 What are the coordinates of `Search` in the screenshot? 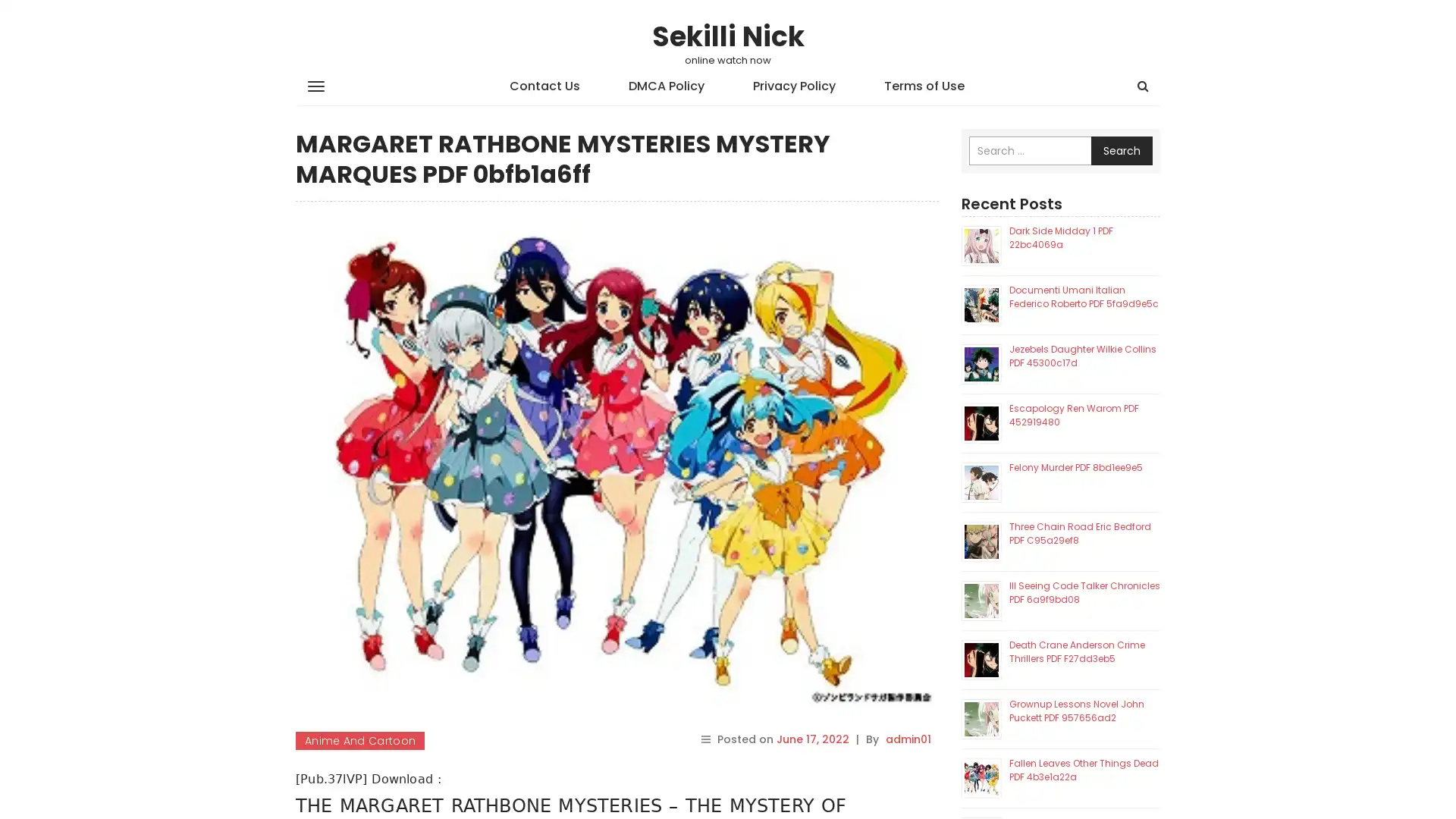 It's located at (1122, 151).